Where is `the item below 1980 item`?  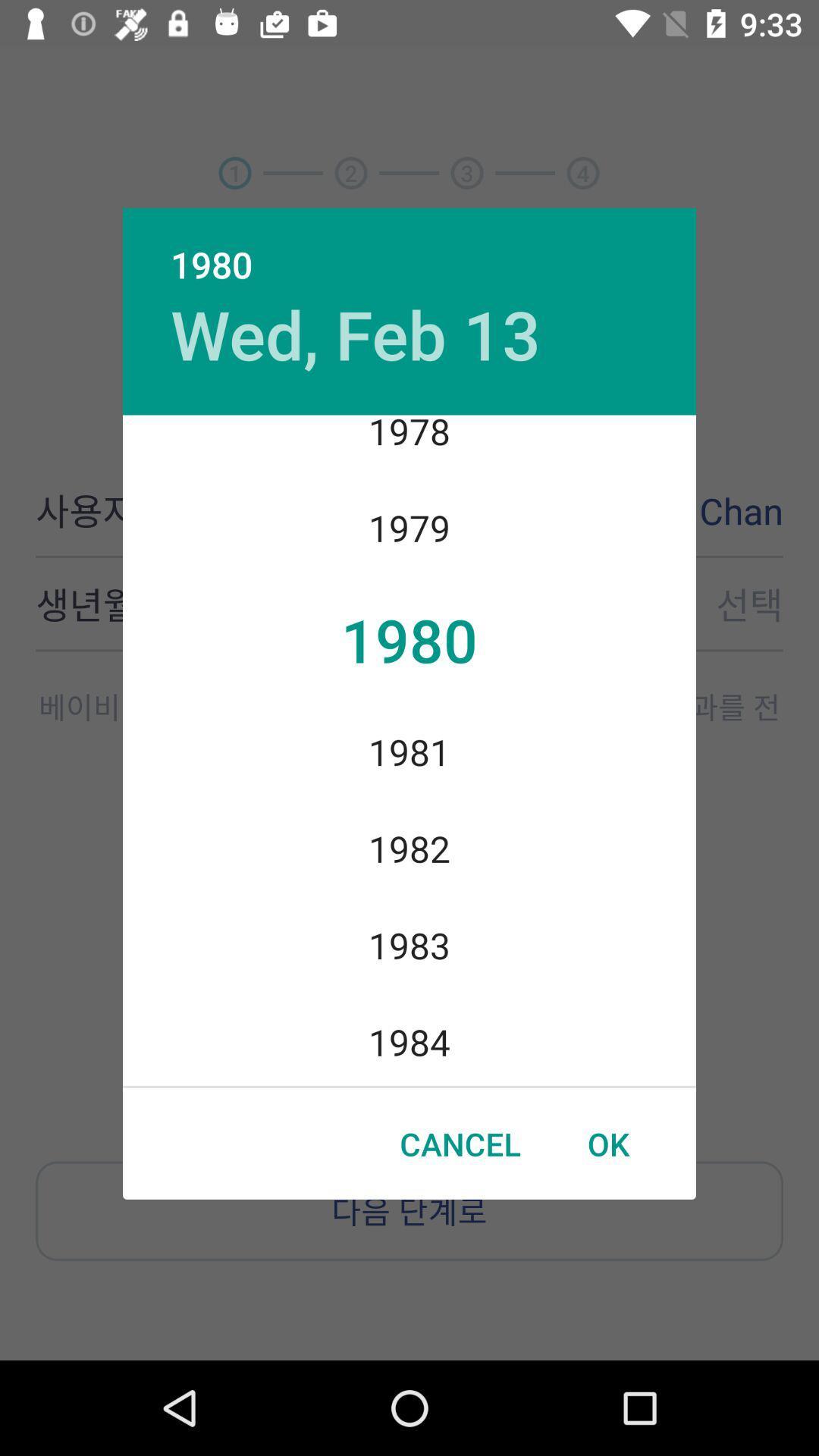 the item below 1980 item is located at coordinates (356, 333).